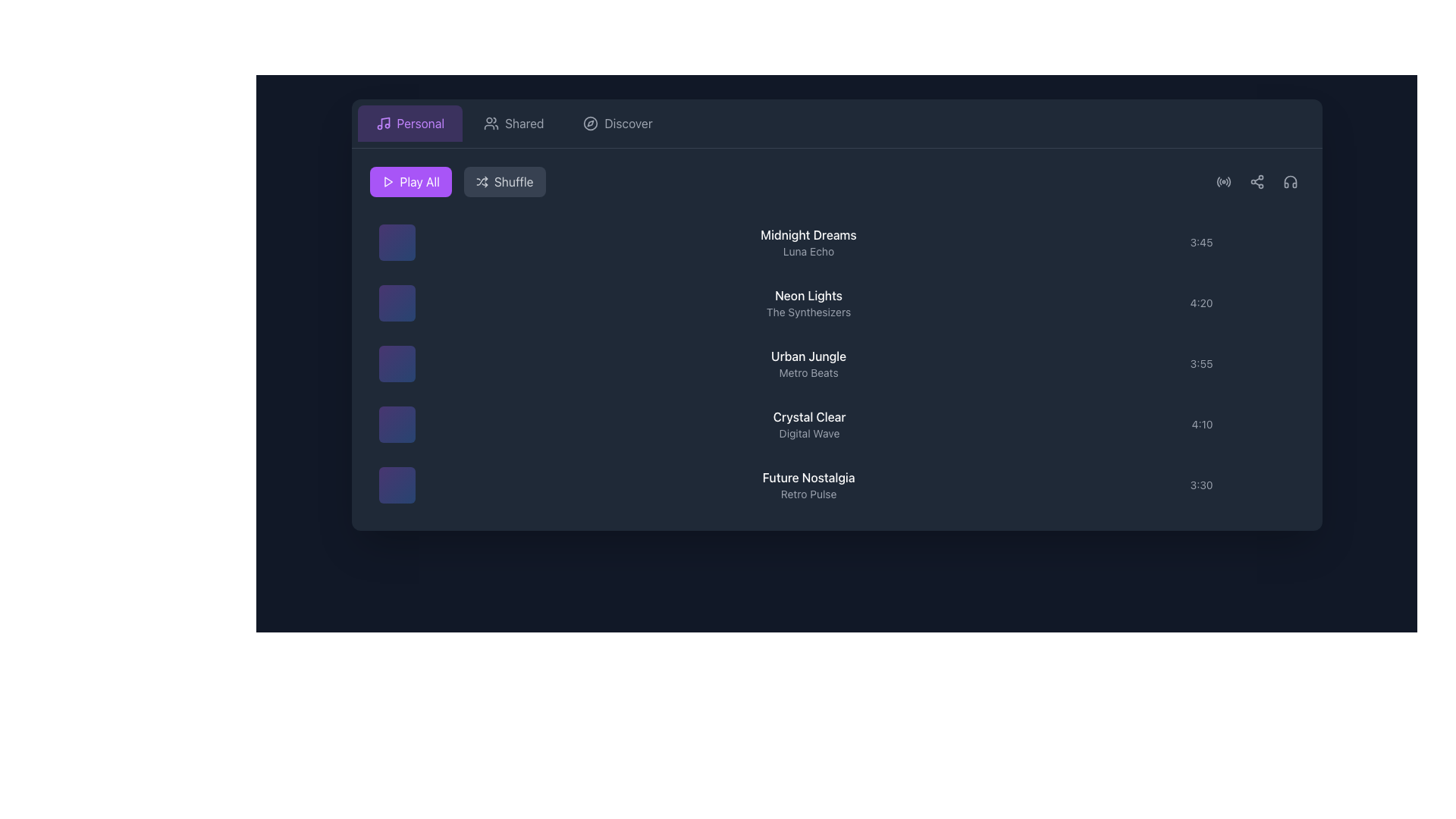 This screenshot has height=819, width=1456. I want to click on the text label displaying the duration '3:30' in light gray font, so click(1200, 485).